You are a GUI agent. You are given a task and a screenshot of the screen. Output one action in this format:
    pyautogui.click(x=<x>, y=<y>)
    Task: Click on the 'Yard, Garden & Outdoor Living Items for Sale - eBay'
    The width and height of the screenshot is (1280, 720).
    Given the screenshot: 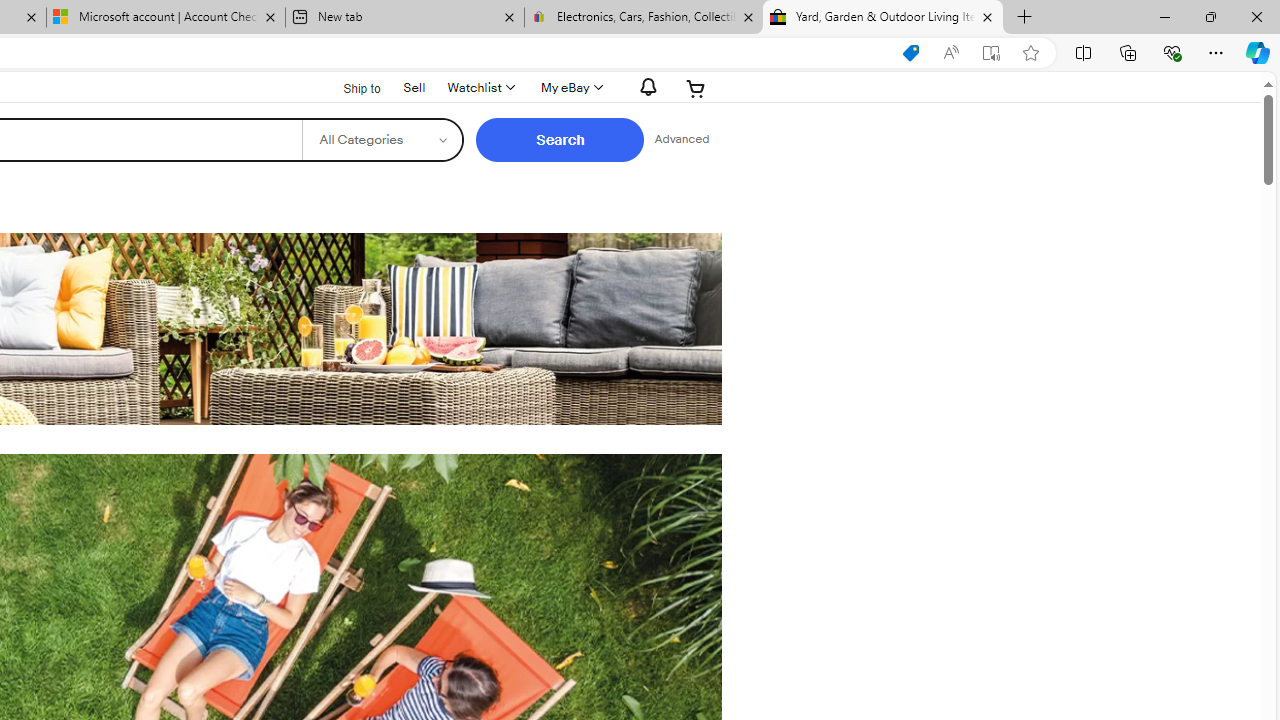 What is the action you would take?
    pyautogui.click(x=882, y=17)
    